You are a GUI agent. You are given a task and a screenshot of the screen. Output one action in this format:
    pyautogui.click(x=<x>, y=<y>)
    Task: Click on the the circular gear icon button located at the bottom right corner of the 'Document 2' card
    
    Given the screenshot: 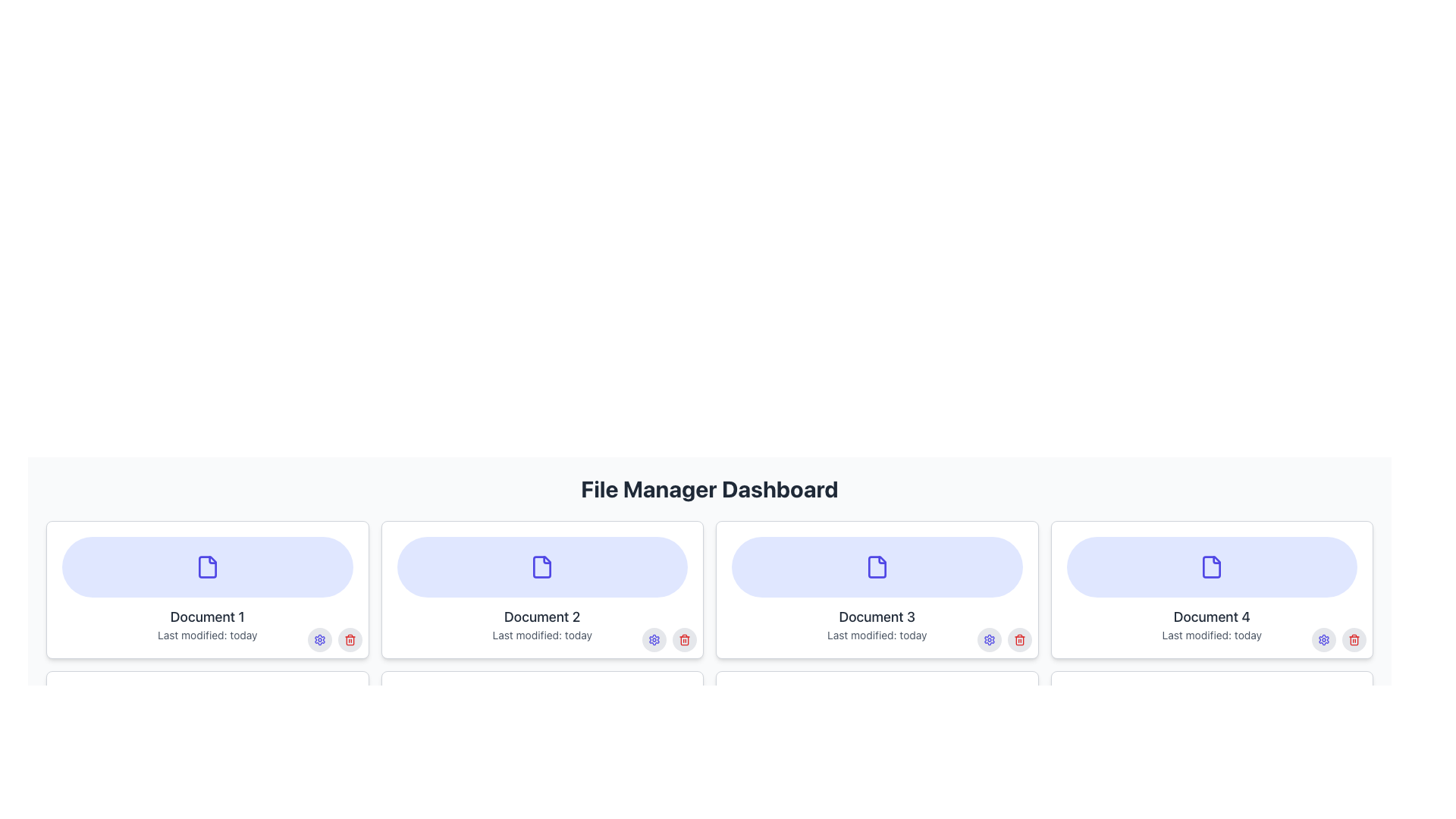 What is the action you would take?
    pyautogui.click(x=654, y=640)
    